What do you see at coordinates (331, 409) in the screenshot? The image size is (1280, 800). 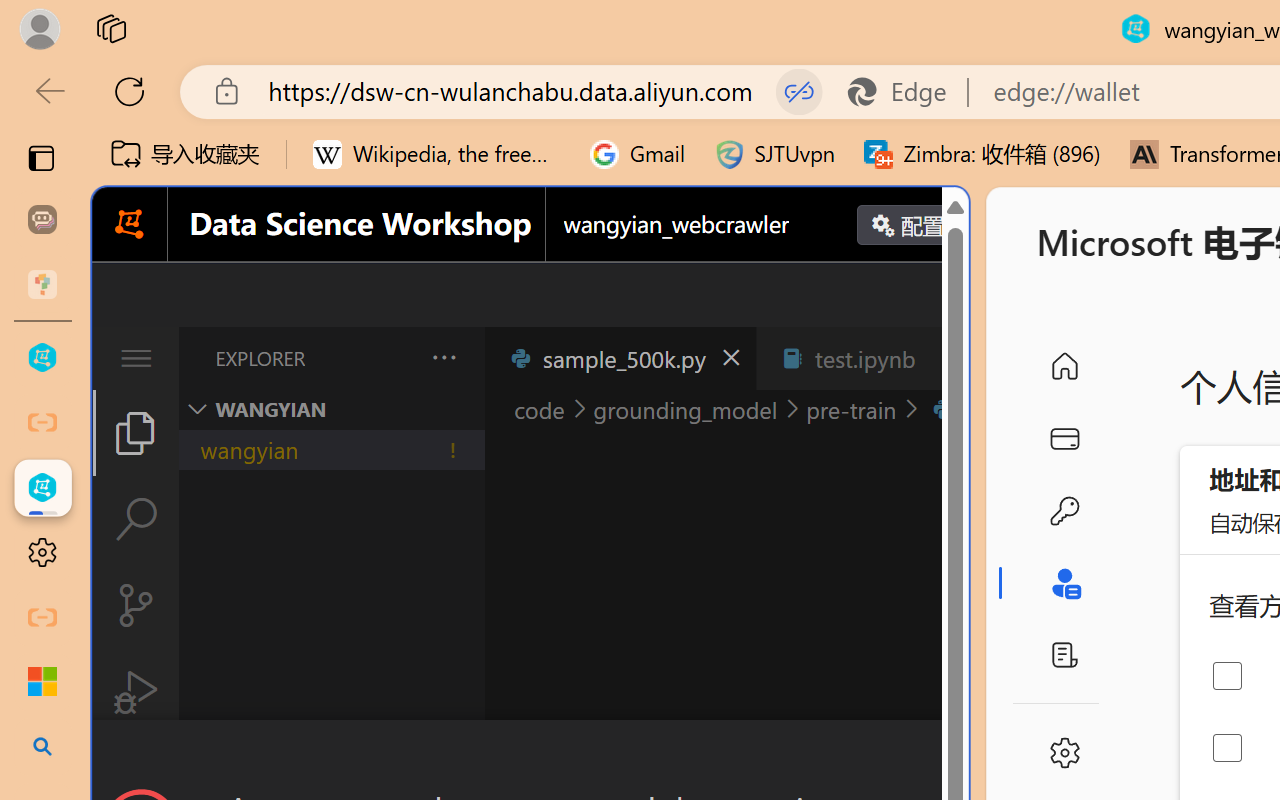 I see `'Explorer Section: wangyian'` at bounding box center [331, 409].